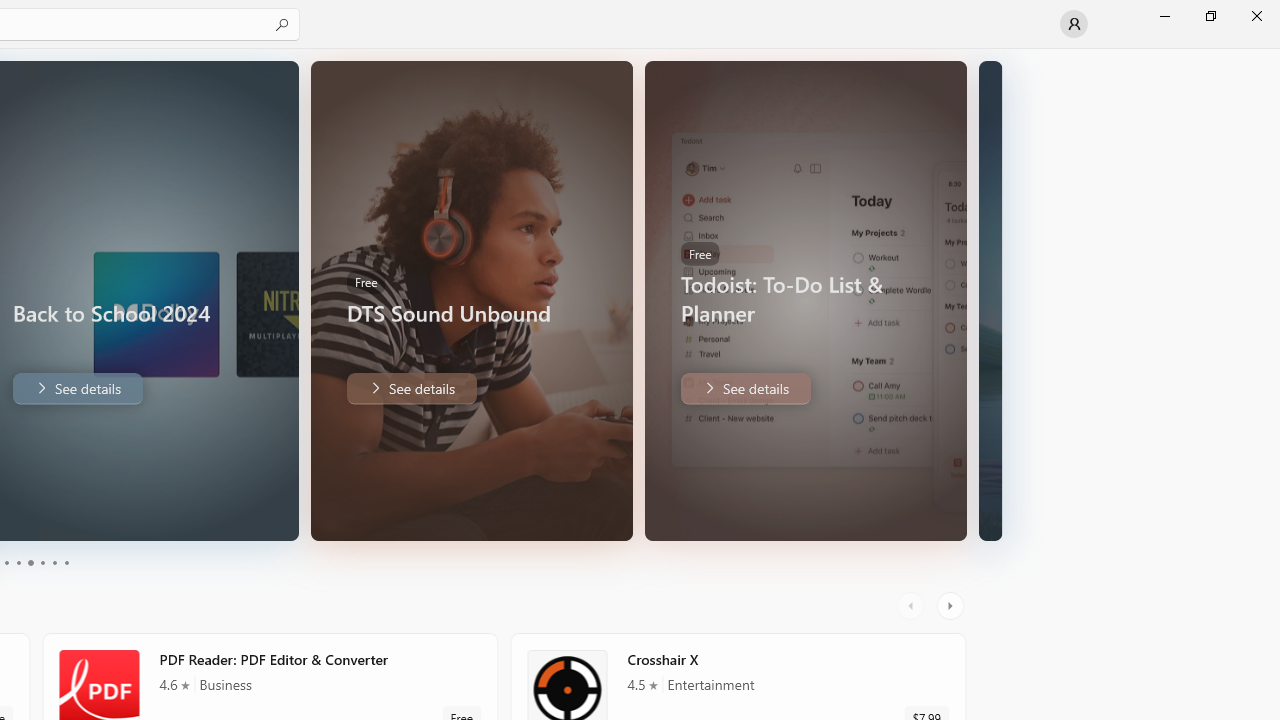 This screenshot has width=1280, height=720. What do you see at coordinates (951, 605) in the screenshot?
I see `'AutomationID: RightScrollButton'` at bounding box center [951, 605].